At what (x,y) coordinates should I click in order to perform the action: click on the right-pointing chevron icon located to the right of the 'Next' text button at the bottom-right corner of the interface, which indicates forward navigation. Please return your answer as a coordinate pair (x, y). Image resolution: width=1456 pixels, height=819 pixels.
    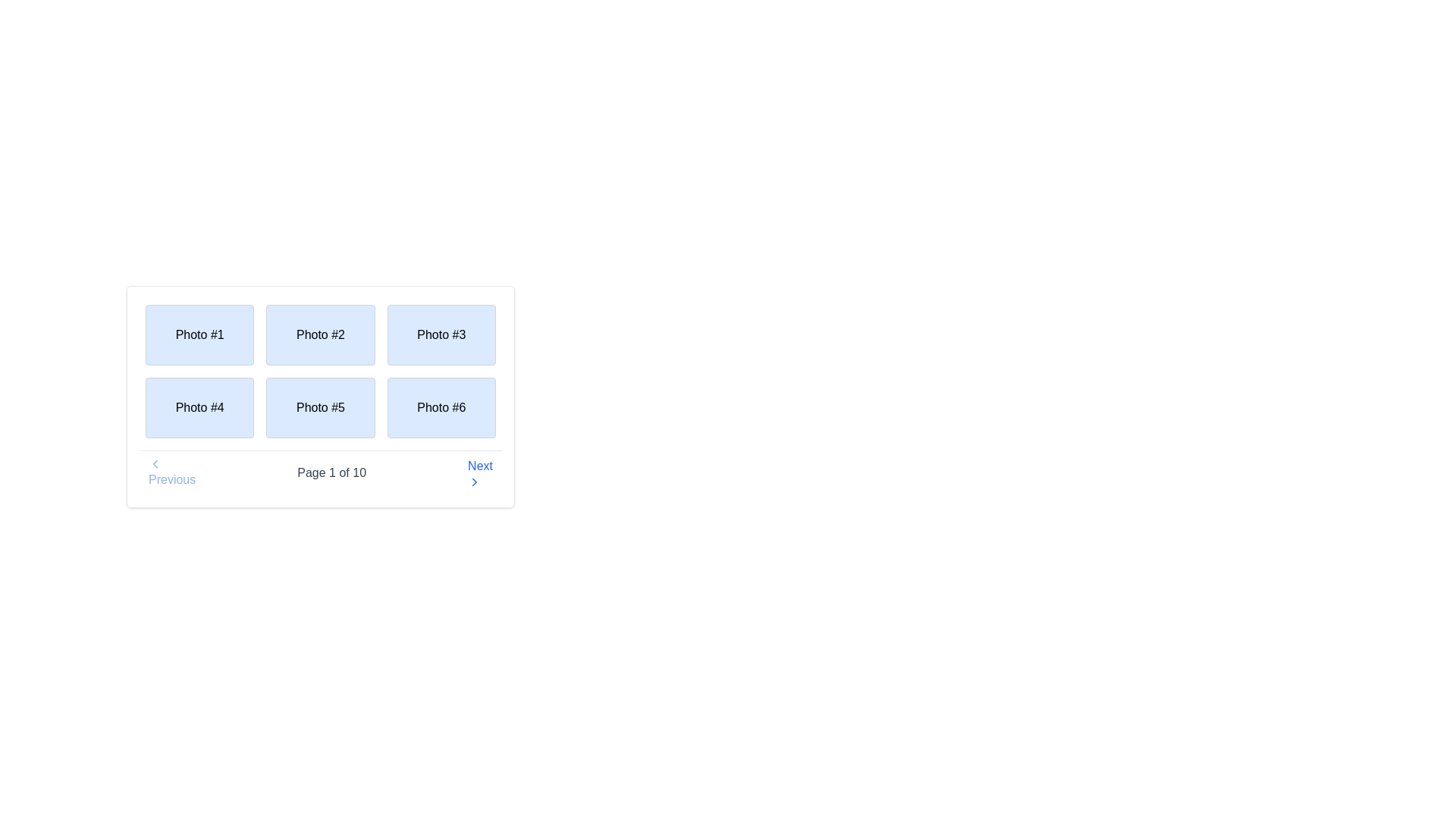
    Looking at the image, I should click on (474, 482).